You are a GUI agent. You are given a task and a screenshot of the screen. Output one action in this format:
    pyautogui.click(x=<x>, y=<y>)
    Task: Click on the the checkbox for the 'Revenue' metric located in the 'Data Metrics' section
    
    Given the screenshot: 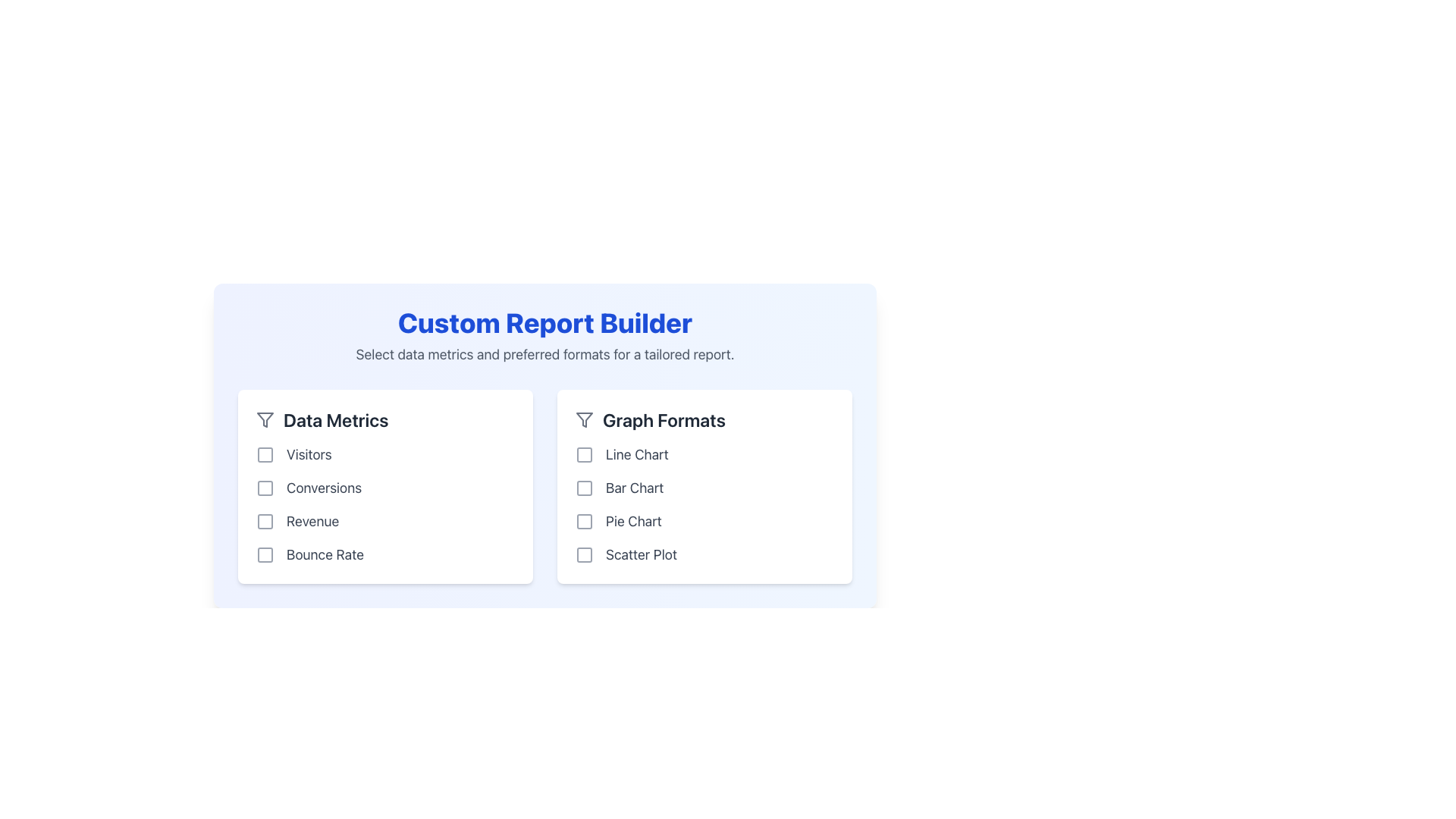 What is the action you would take?
    pyautogui.click(x=265, y=520)
    